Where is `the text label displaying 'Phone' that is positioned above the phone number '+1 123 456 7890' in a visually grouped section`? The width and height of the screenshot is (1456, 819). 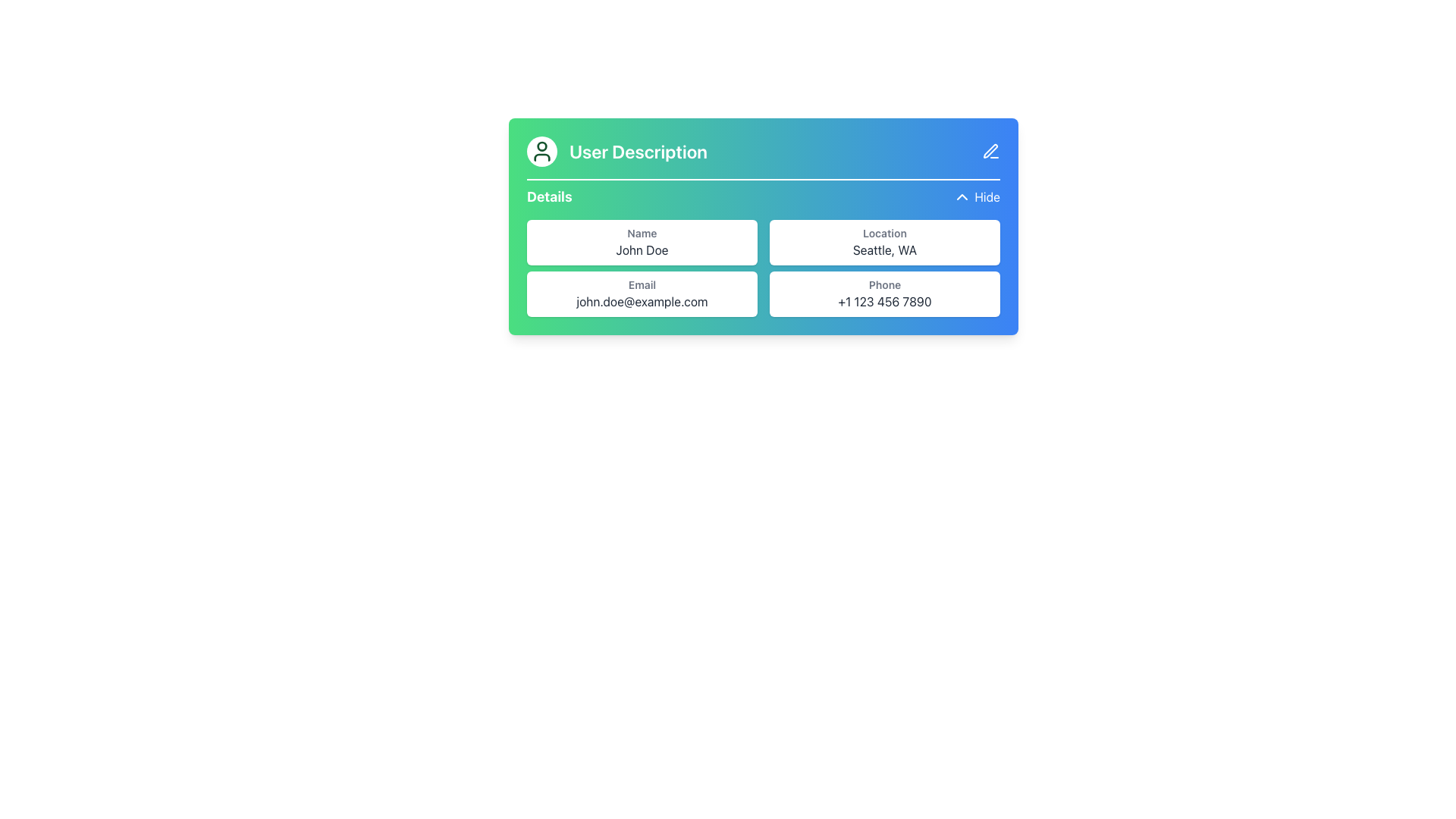 the text label displaying 'Phone' that is positioned above the phone number '+1 123 456 7890' in a visually grouped section is located at coordinates (884, 284).